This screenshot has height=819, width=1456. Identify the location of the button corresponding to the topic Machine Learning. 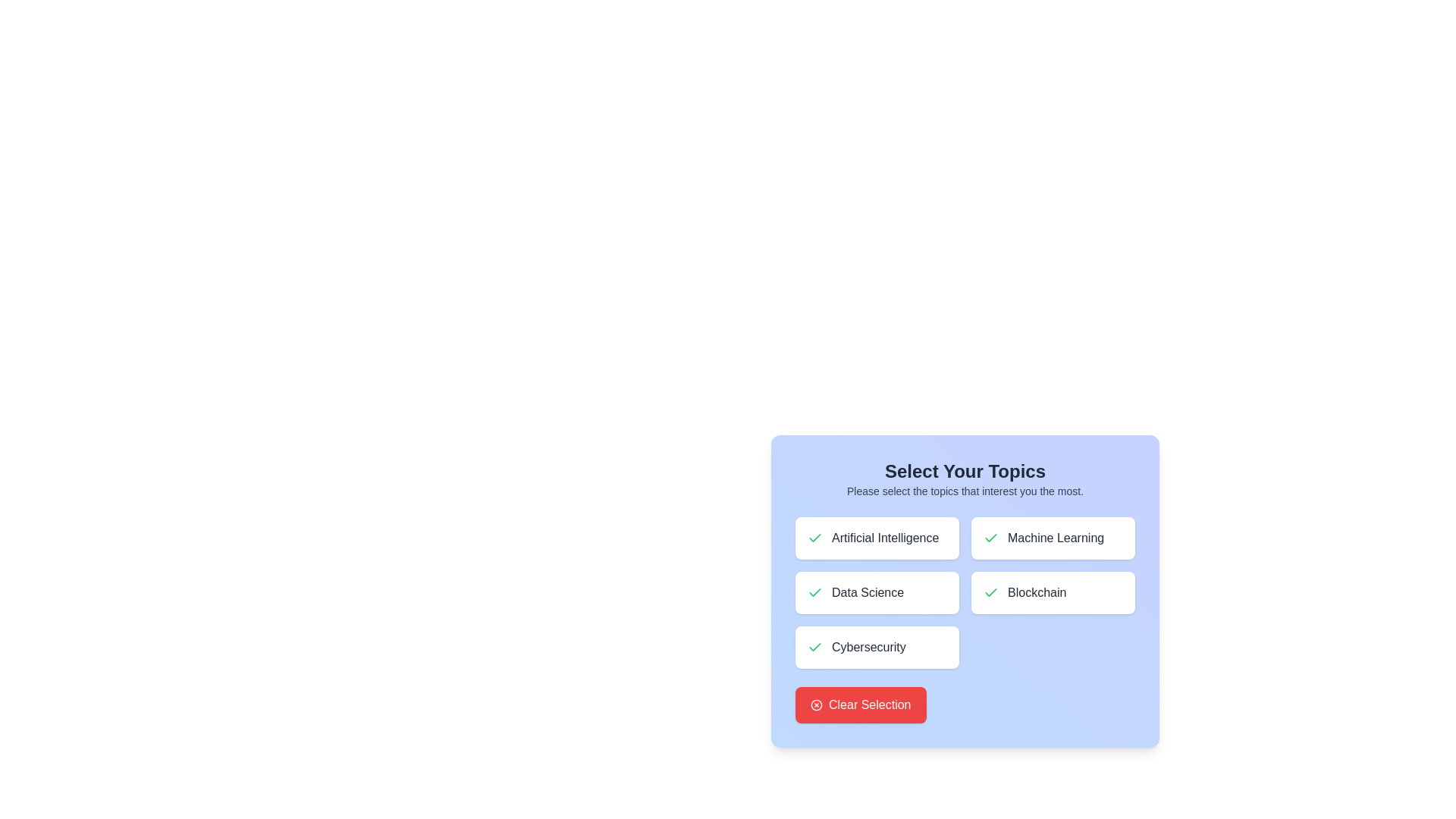
(1052, 537).